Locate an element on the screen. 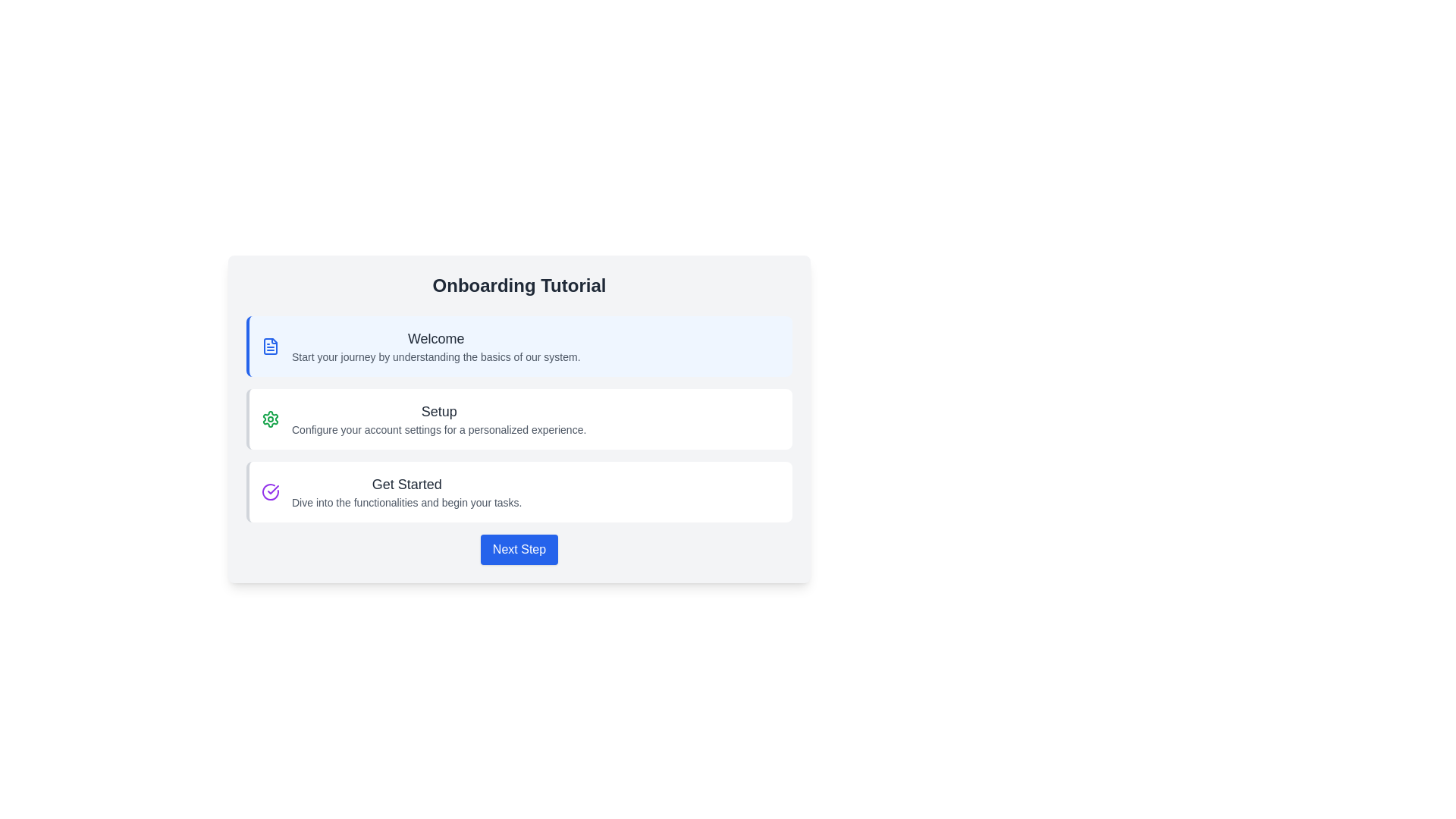  descriptive subtitle or instruction text positioned below the 'Setup' text in the second section of the setup tutorial interface is located at coordinates (438, 430).